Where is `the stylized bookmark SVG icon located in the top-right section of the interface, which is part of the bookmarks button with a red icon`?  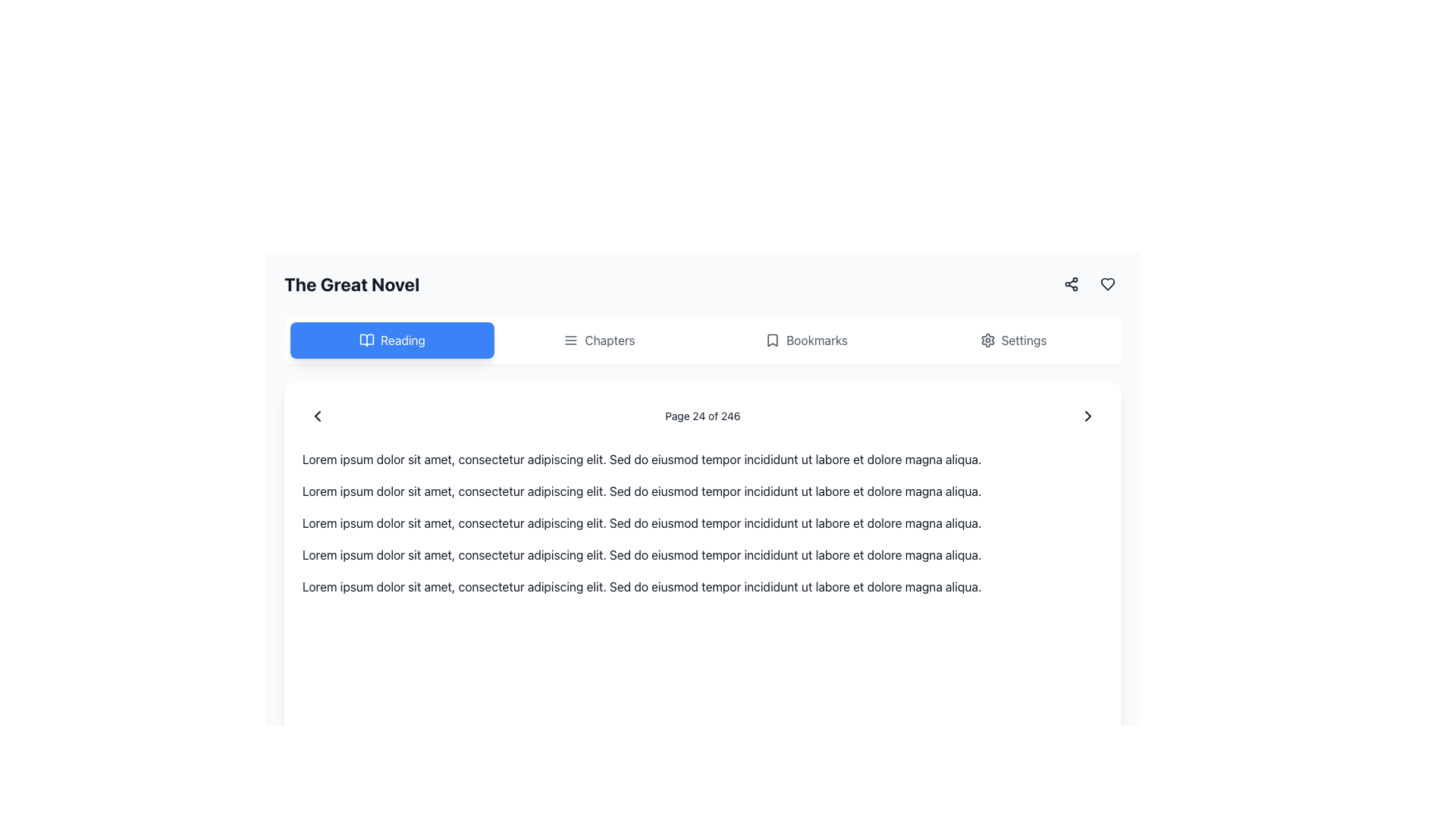
the stylized bookmark SVG icon located in the top-right section of the interface, which is part of the bookmarks button with a red icon is located at coordinates (773, 339).